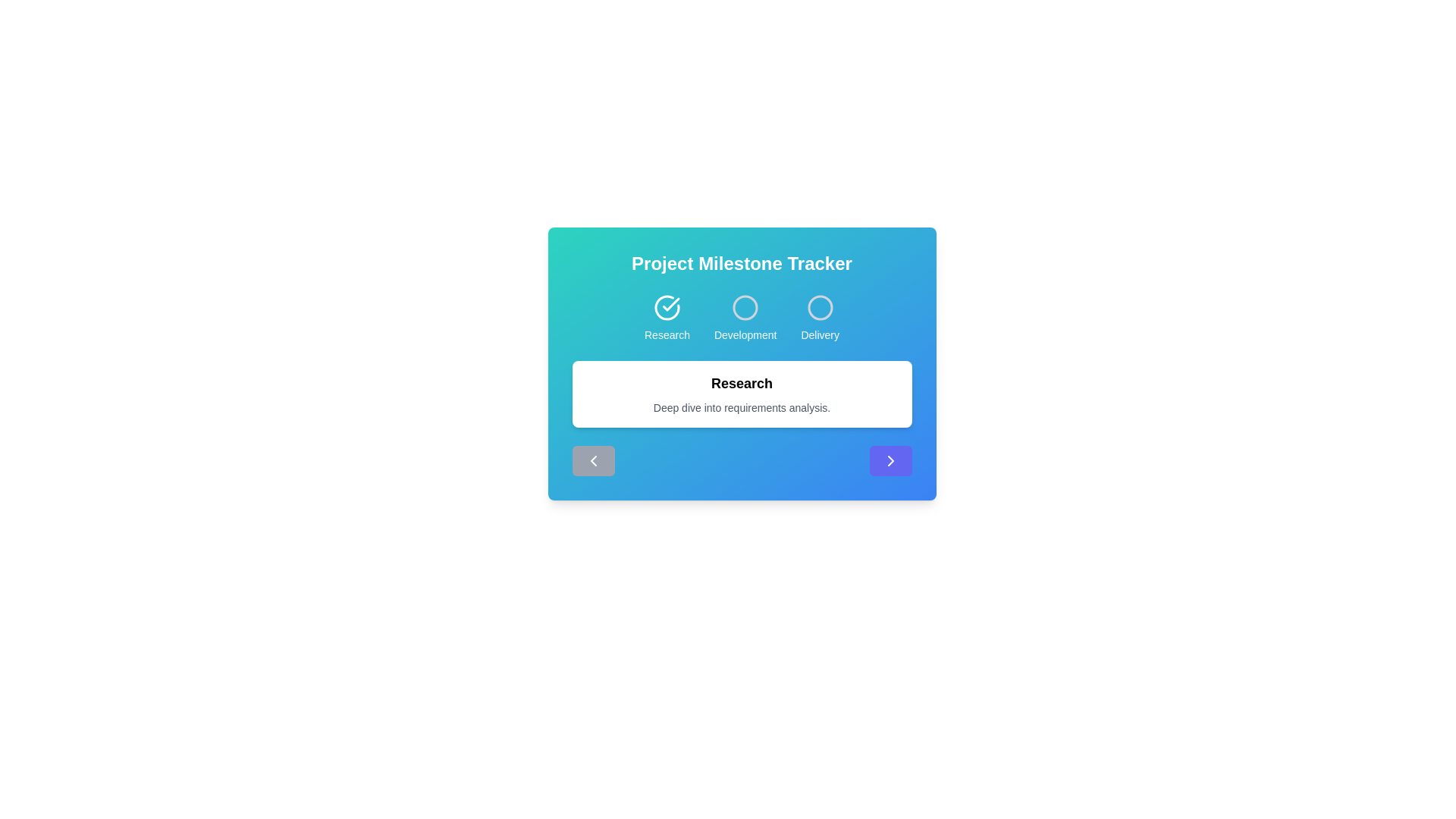 This screenshot has height=819, width=1456. I want to click on the 'Delivery' icon, so click(819, 307).